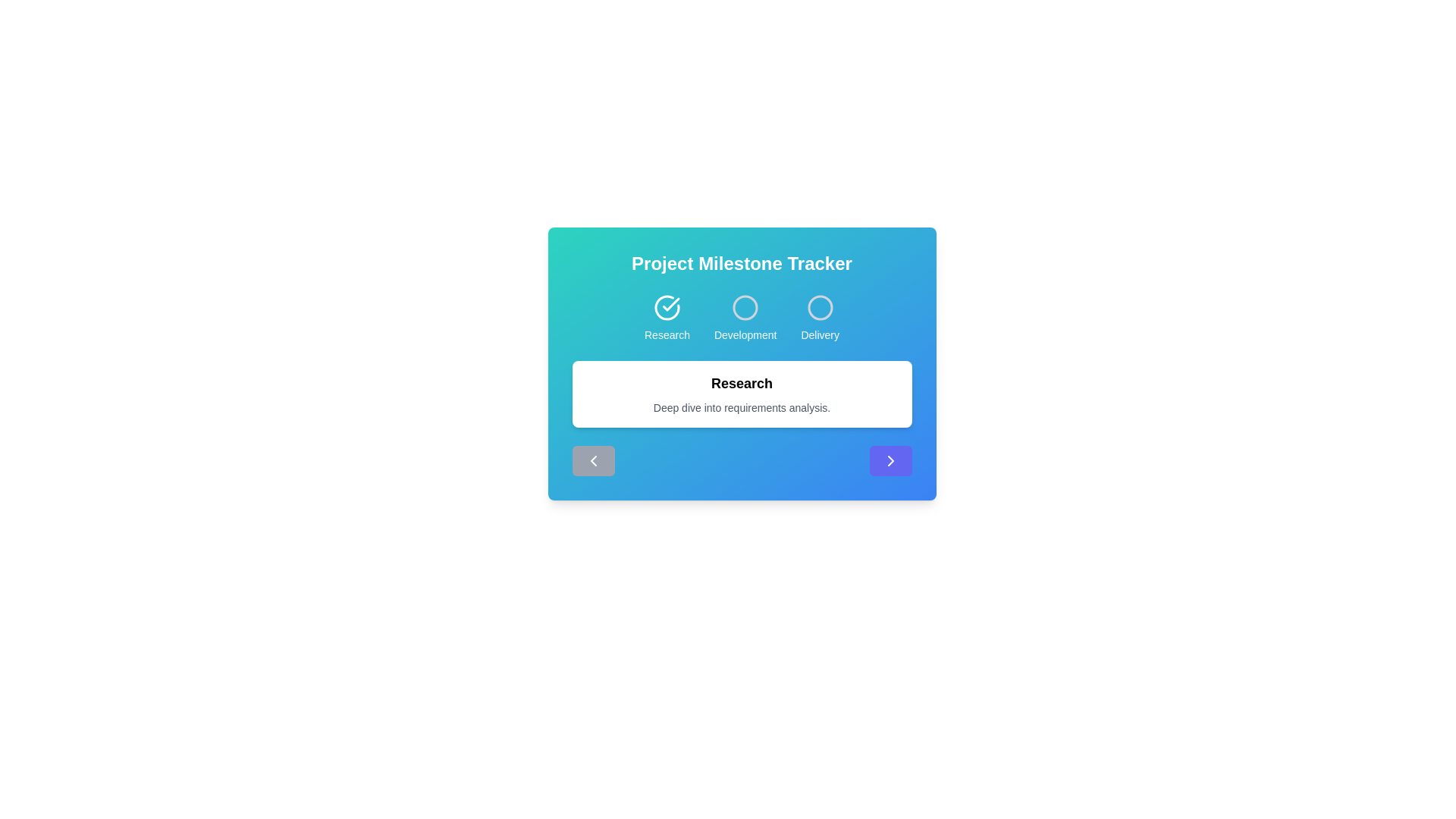 This screenshot has height=819, width=1456. I want to click on the 'Delivery' icon, so click(819, 307).